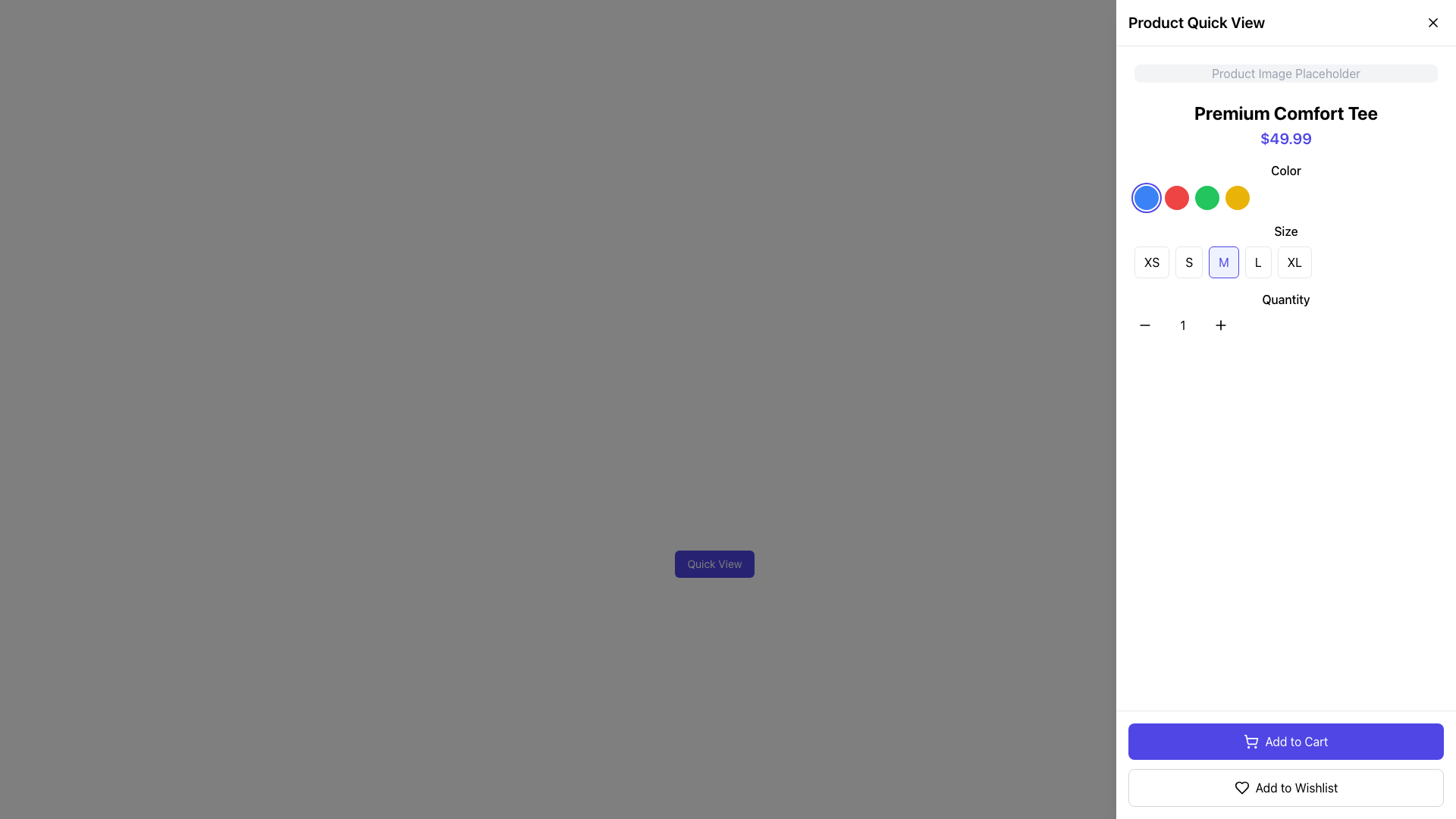 The height and width of the screenshot is (819, 1456). I want to click on the circular button with a yellow background, the fourth item in a group of four, so click(1238, 197).